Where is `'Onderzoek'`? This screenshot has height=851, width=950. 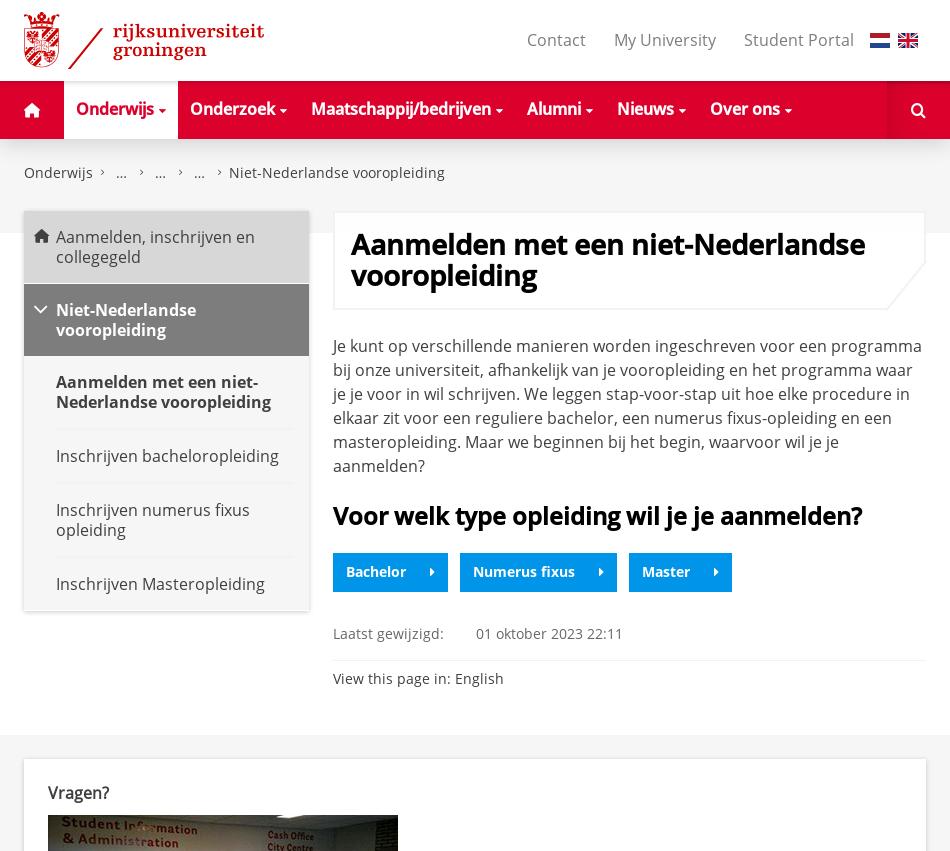
'Onderzoek' is located at coordinates (232, 106).